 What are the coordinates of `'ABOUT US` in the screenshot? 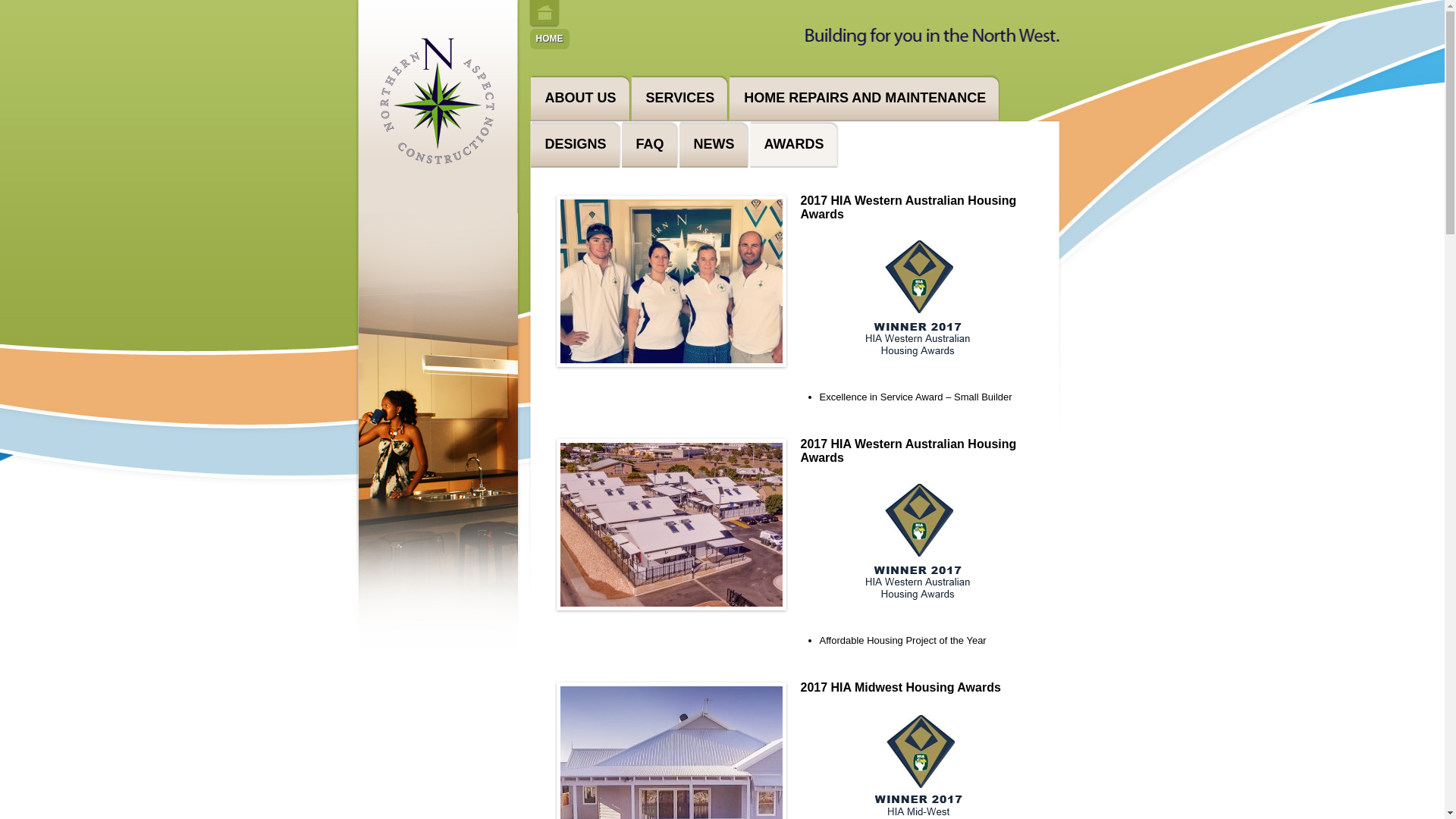 It's located at (579, 98).